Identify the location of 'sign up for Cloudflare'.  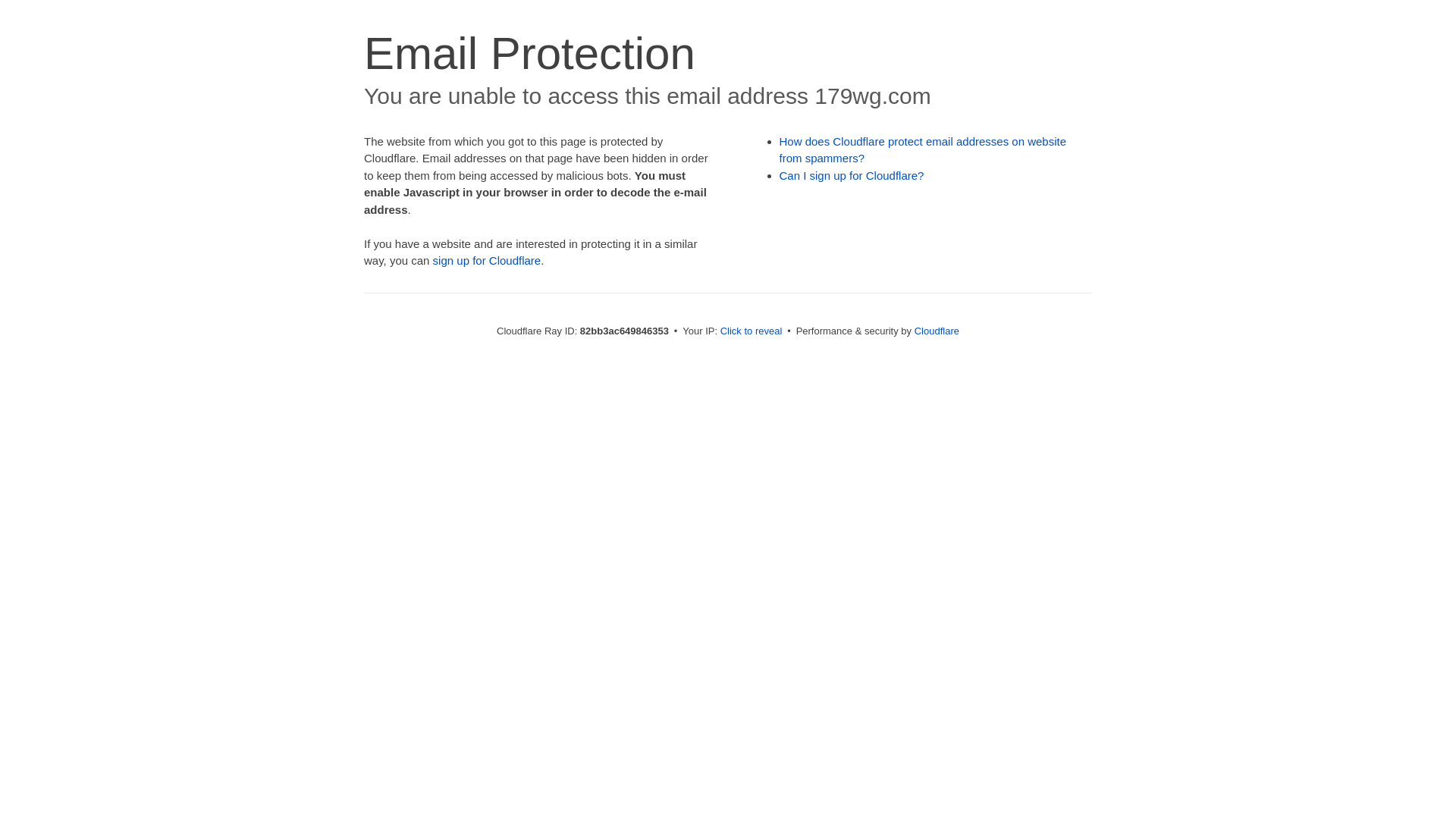
(487, 259).